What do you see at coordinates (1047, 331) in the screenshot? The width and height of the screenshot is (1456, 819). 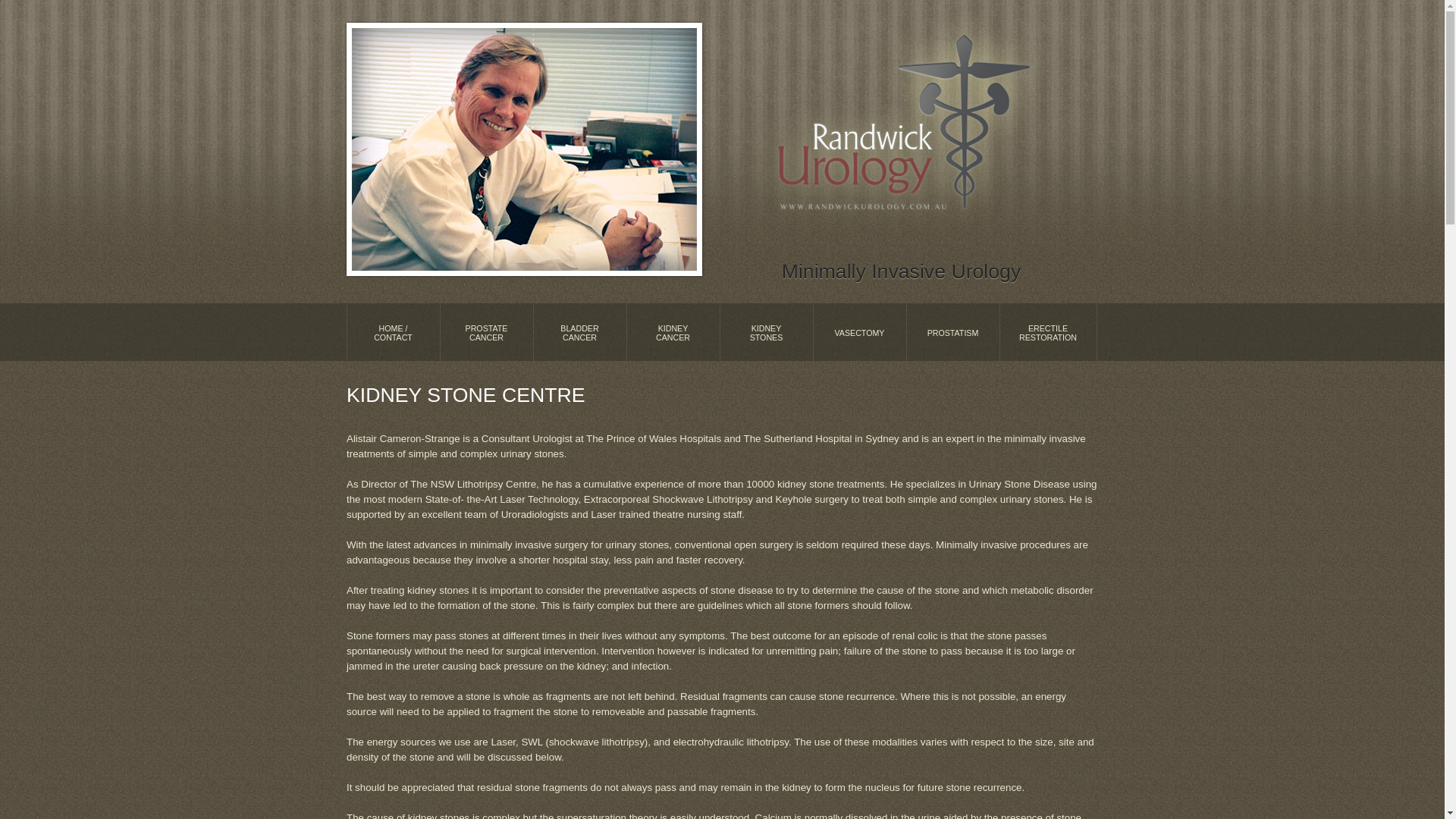 I see `'ERECTILE` at bounding box center [1047, 331].